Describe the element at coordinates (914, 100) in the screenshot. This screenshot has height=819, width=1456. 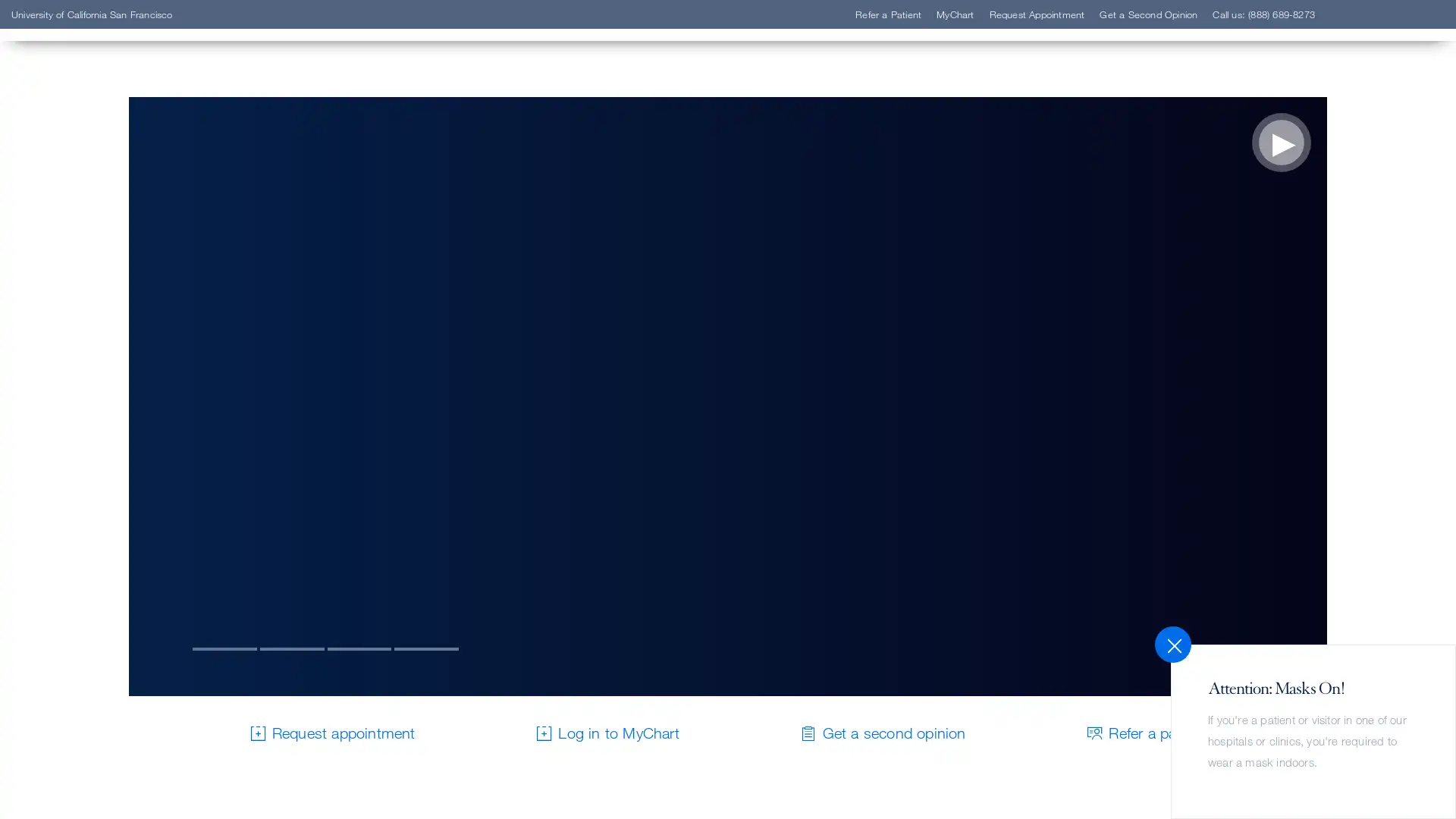
I see `search` at that location.